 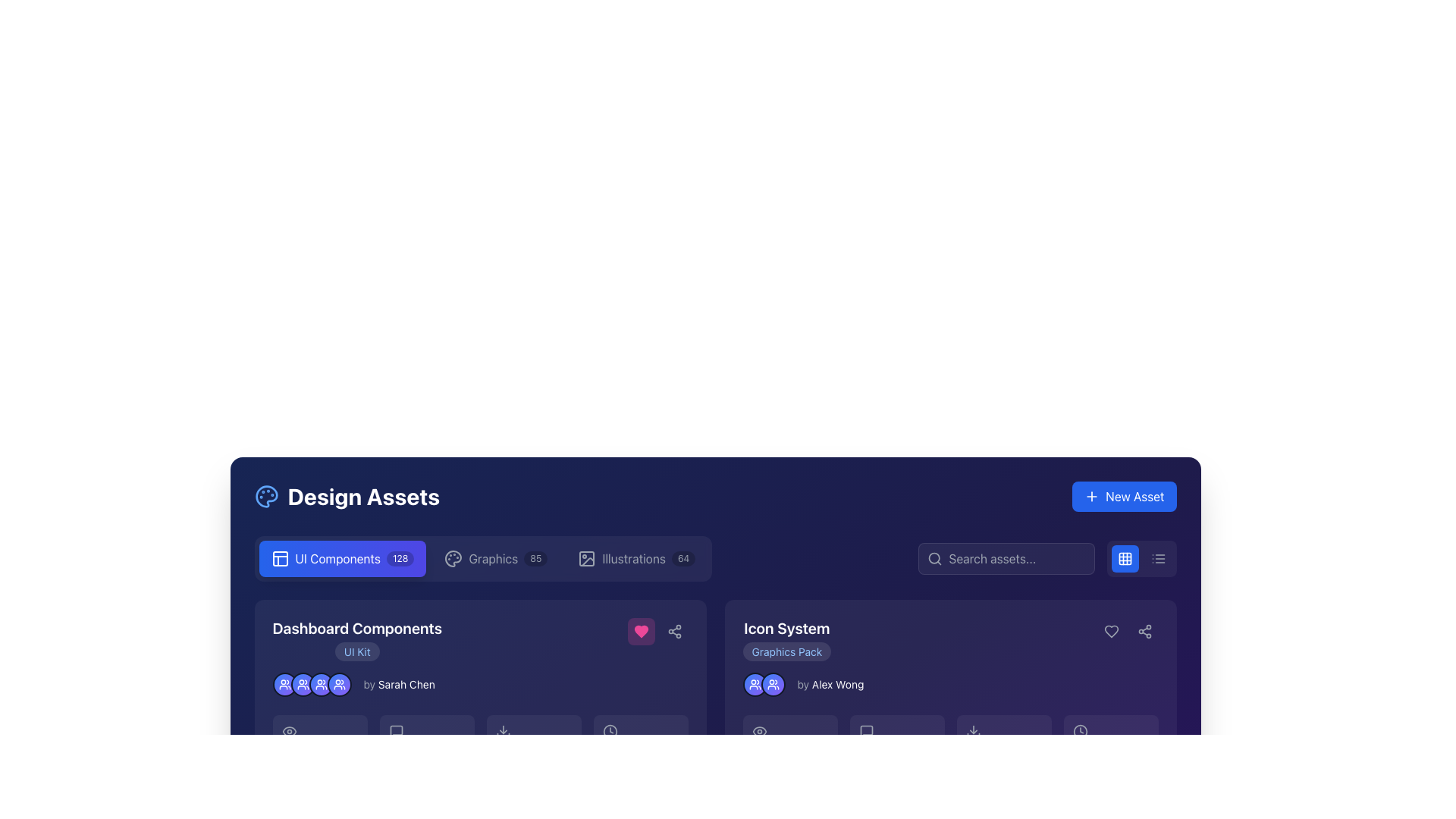 What do you see at coordinates (764, 684) in the screenshot?
I see `the icon group or user avatar cluster located at the top left corner of the card labeled 'Icon System'` at bounding box center [764, 684].